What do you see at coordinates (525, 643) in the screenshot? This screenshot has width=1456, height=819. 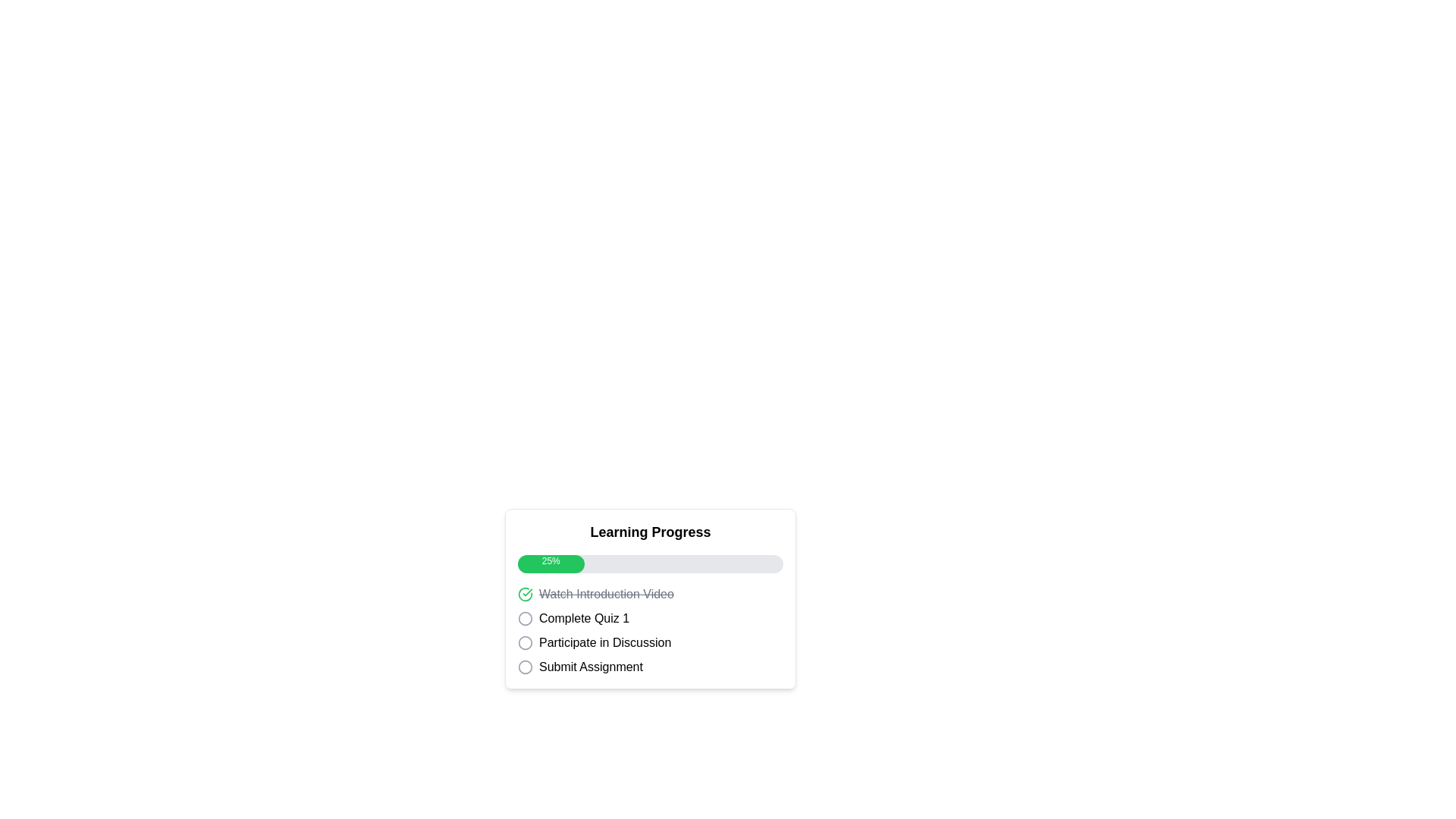 I see `the second circular icon indicating 'Participate in Discussion' under 'Learning Progress'` at bounding box center [525, 643].